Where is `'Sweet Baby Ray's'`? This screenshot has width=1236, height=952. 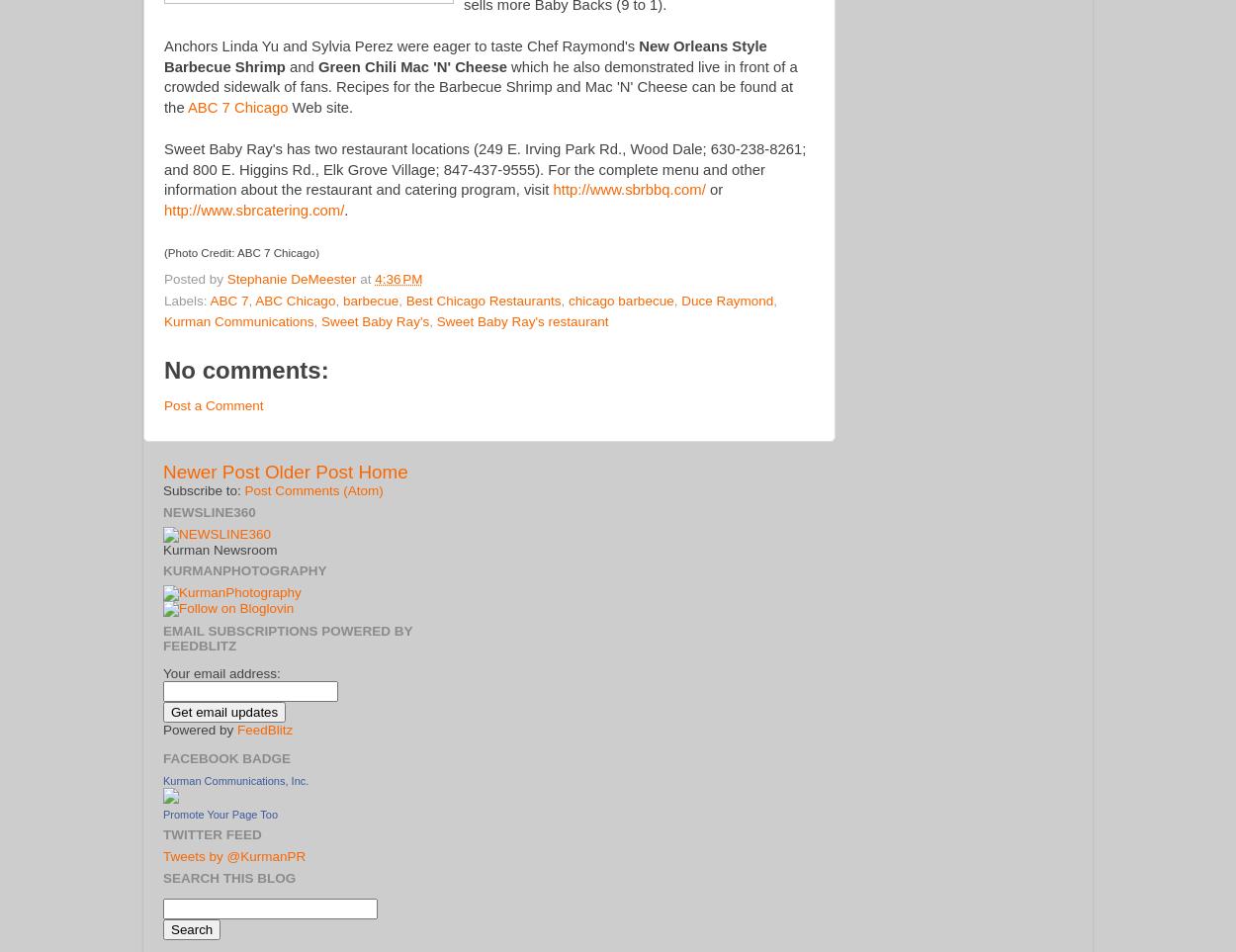 'Sweet Baby Ray's' is located at coordinates (375, 321).